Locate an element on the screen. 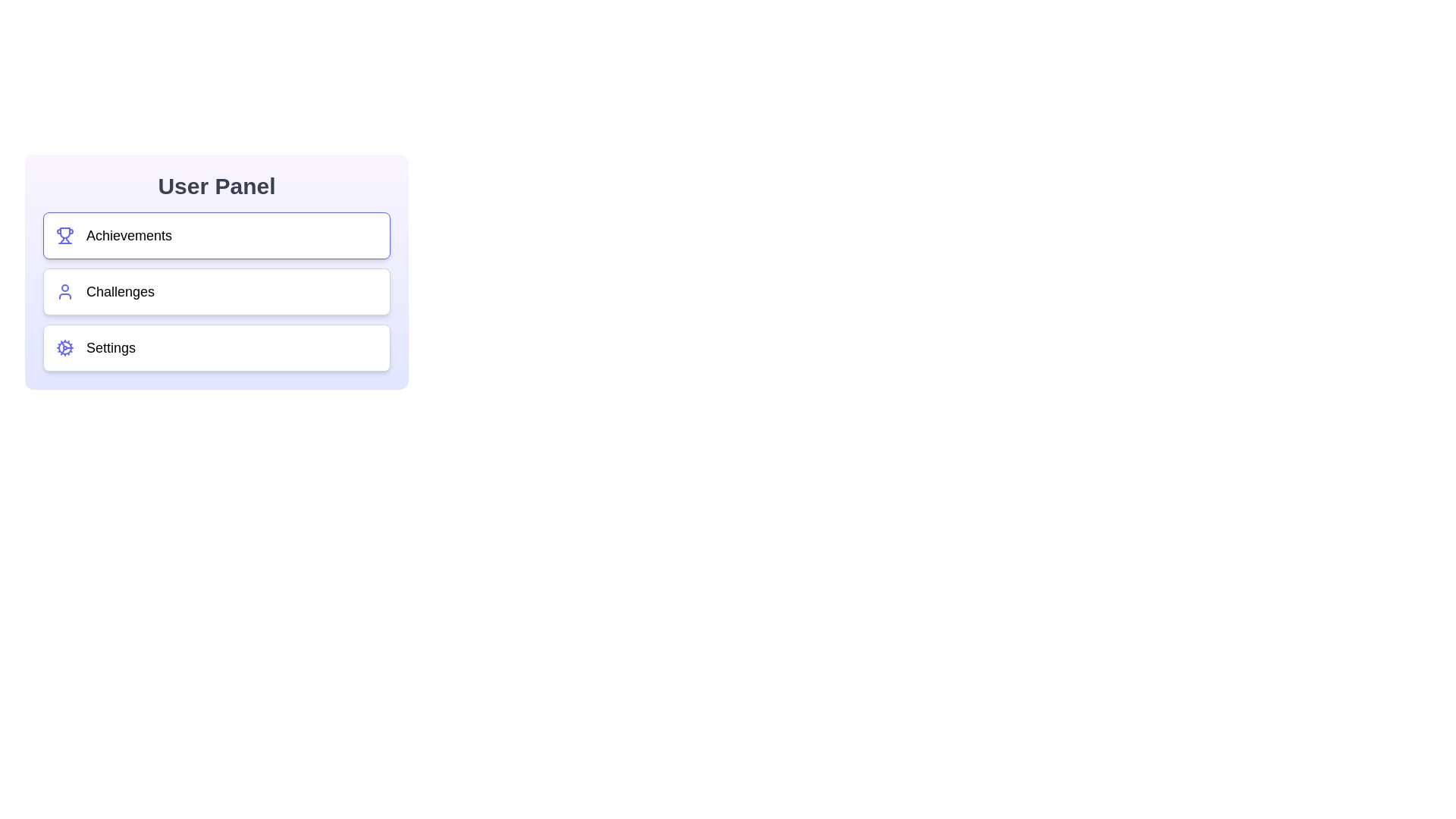 The image size is (1456, 819). the button corresponding to the section Settings to activate it is located at coordinates (231, 348).